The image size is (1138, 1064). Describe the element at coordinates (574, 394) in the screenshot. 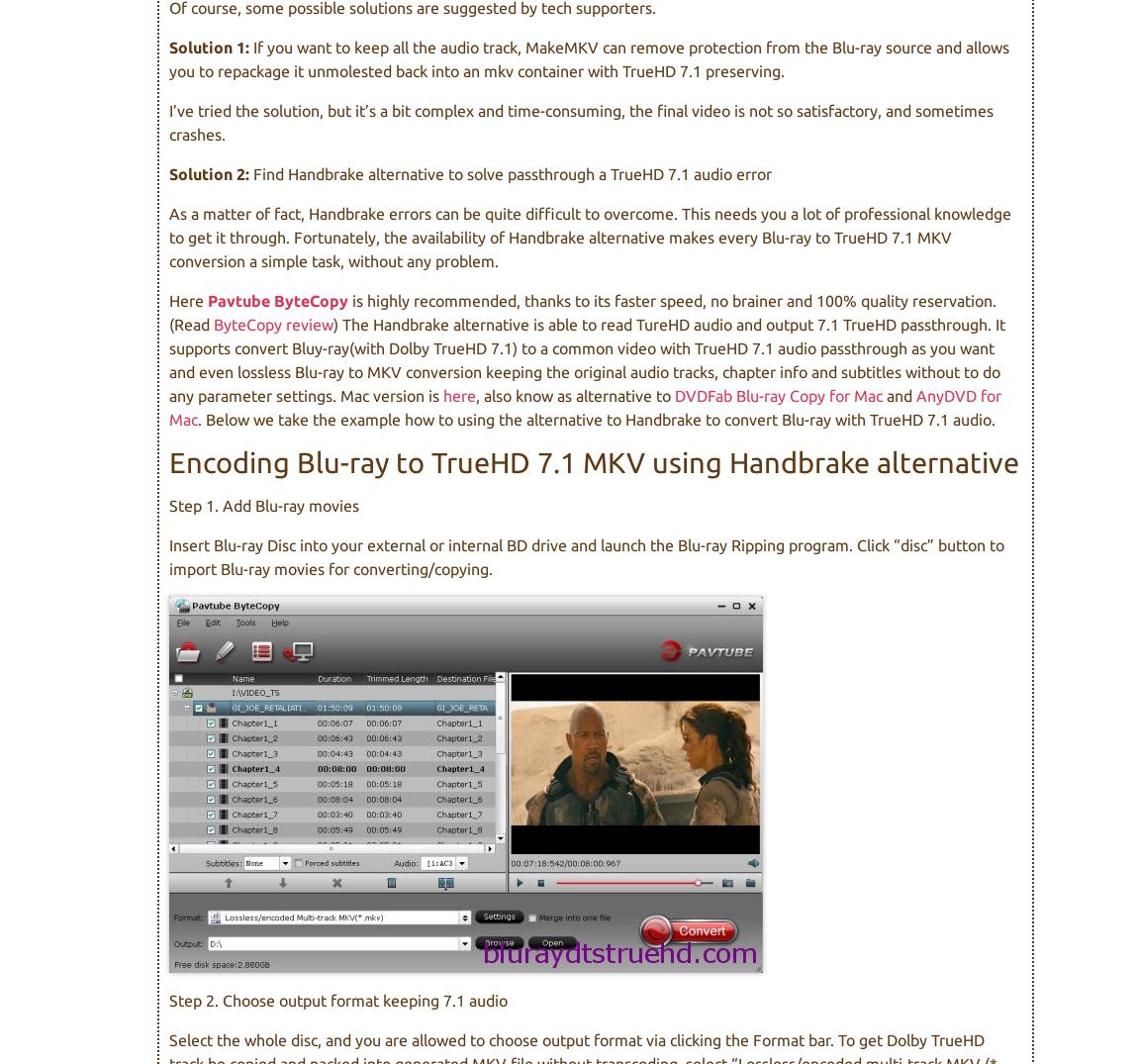

I see `', also know as alternative to'` at that location.